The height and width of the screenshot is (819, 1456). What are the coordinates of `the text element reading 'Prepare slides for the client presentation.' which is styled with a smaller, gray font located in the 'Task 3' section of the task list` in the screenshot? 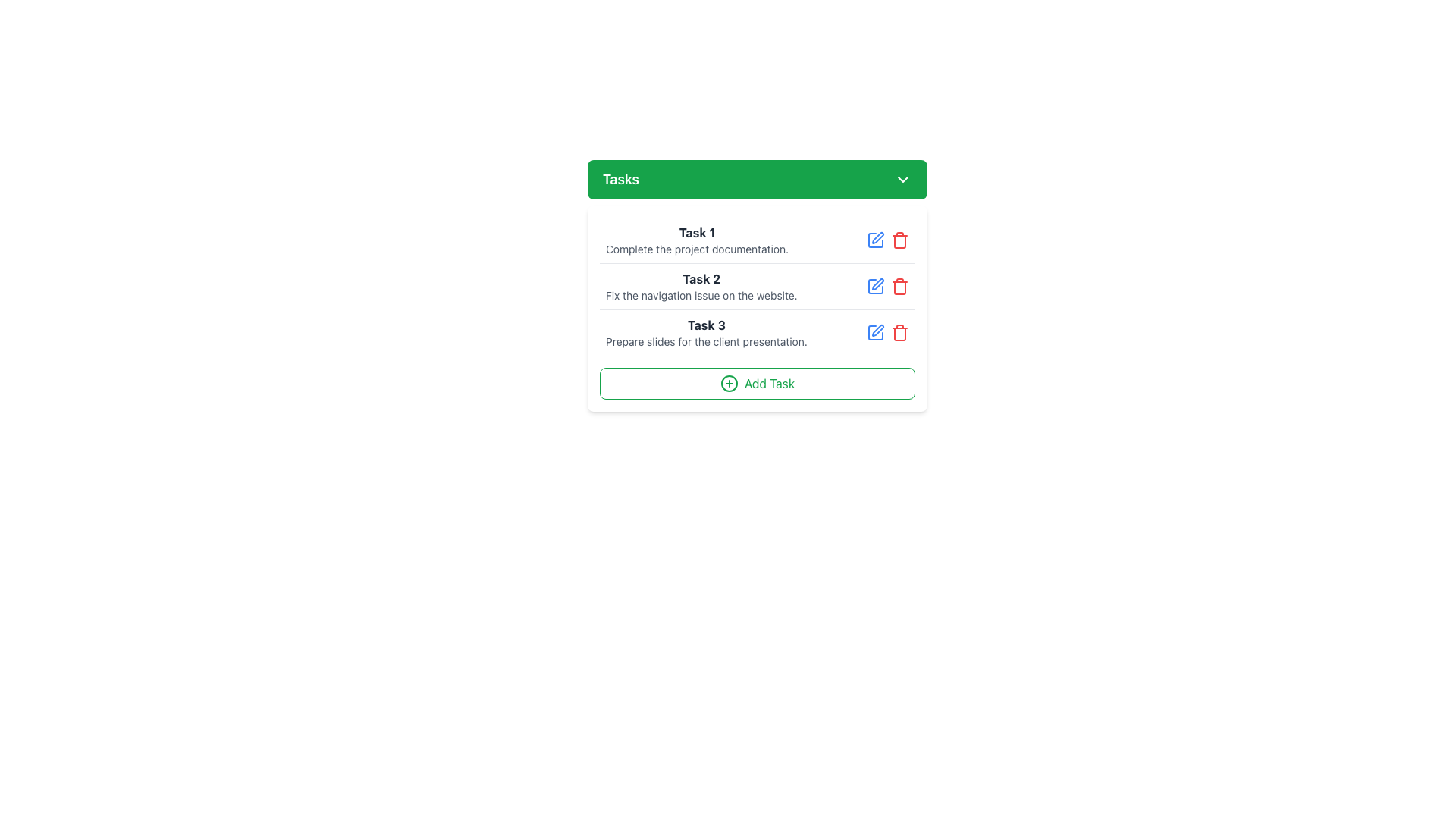 It's located at (705, 342).